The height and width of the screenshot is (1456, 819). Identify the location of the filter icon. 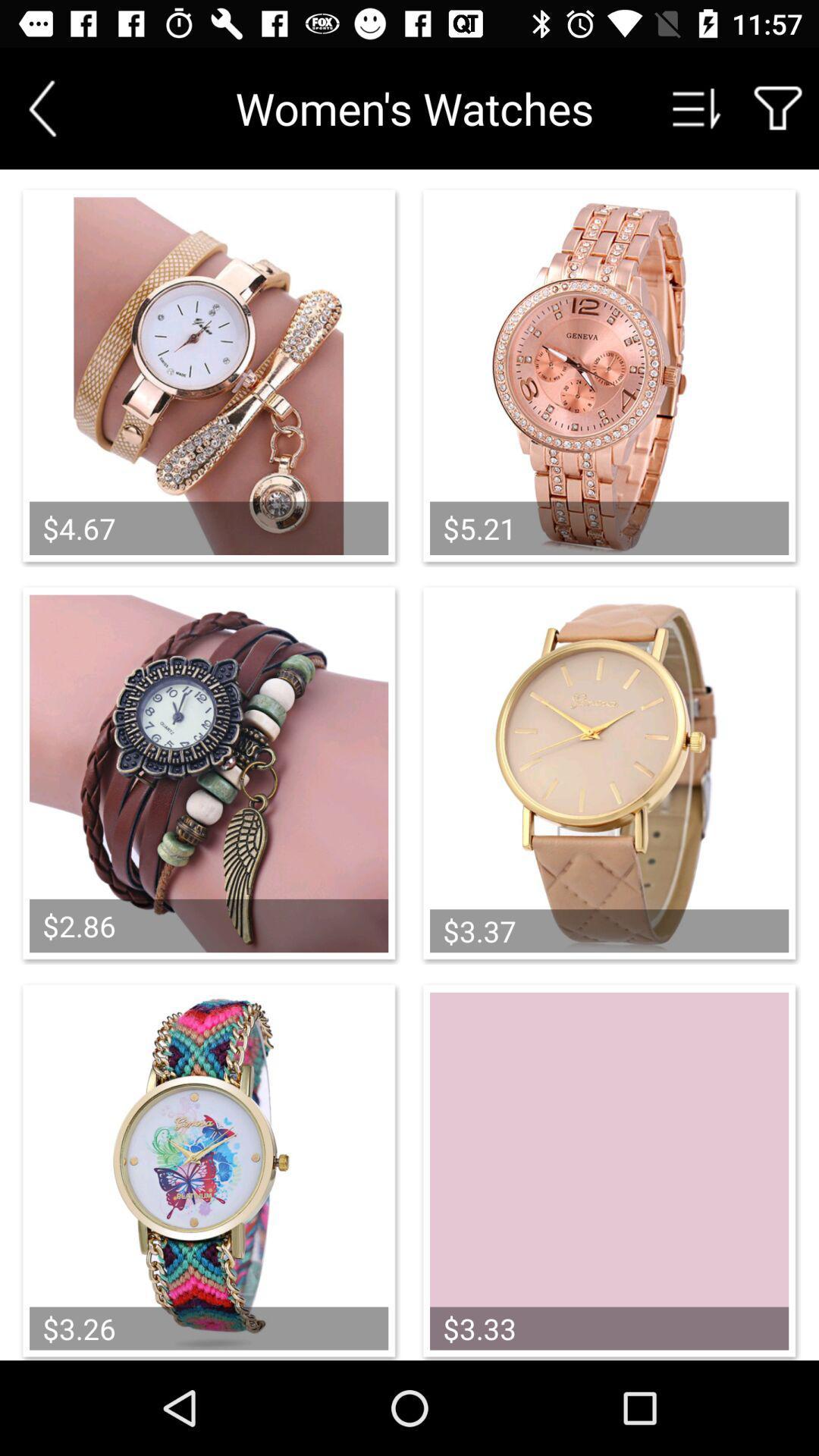
(778, 108).